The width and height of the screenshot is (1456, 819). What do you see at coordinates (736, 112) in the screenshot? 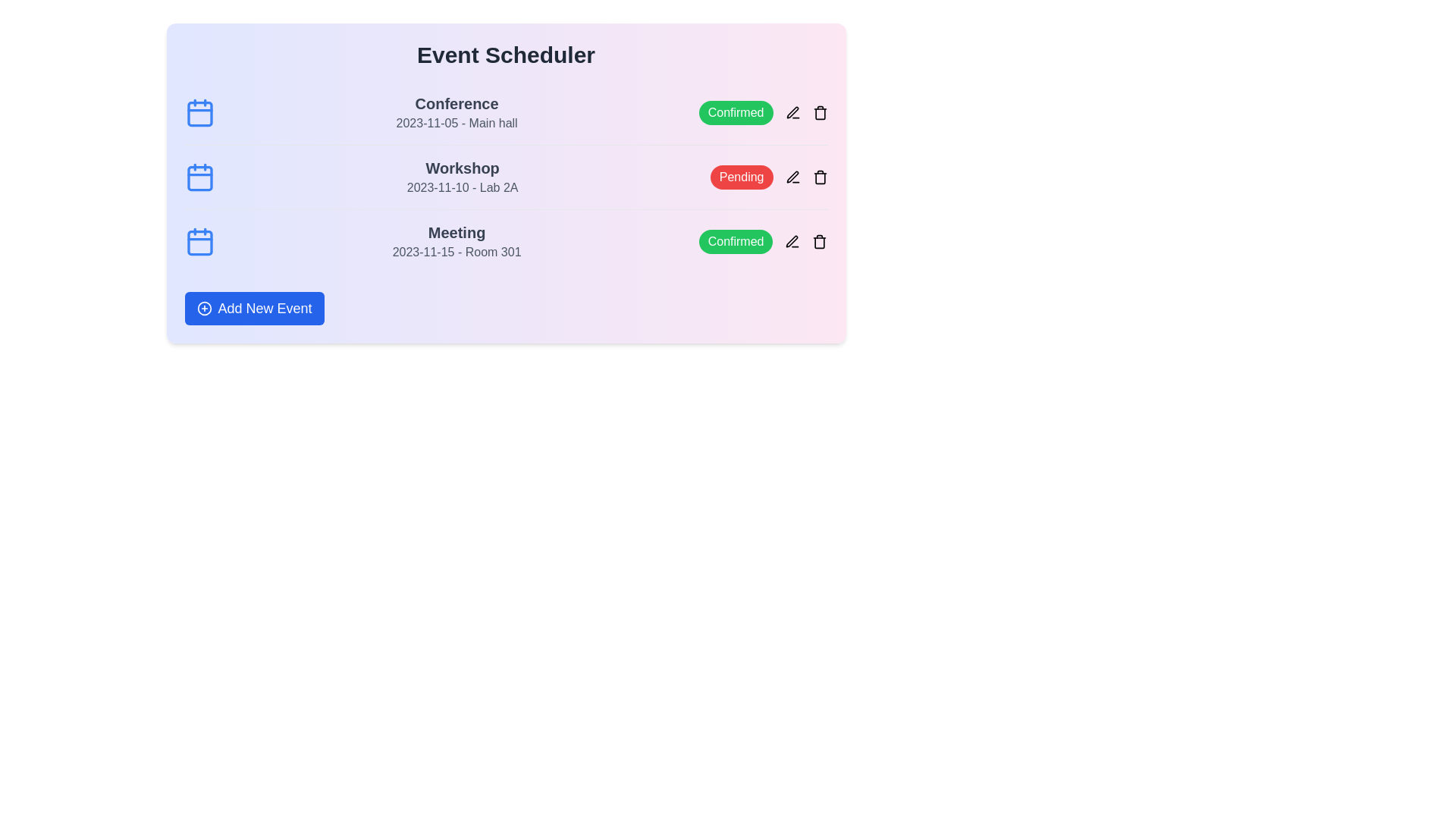
I see `the oval-shaped green button labeled 'Confirmed' located to the right of the 'Conference' event row in the 'Event Scheduler' interface` at bounding box center [736, 112].